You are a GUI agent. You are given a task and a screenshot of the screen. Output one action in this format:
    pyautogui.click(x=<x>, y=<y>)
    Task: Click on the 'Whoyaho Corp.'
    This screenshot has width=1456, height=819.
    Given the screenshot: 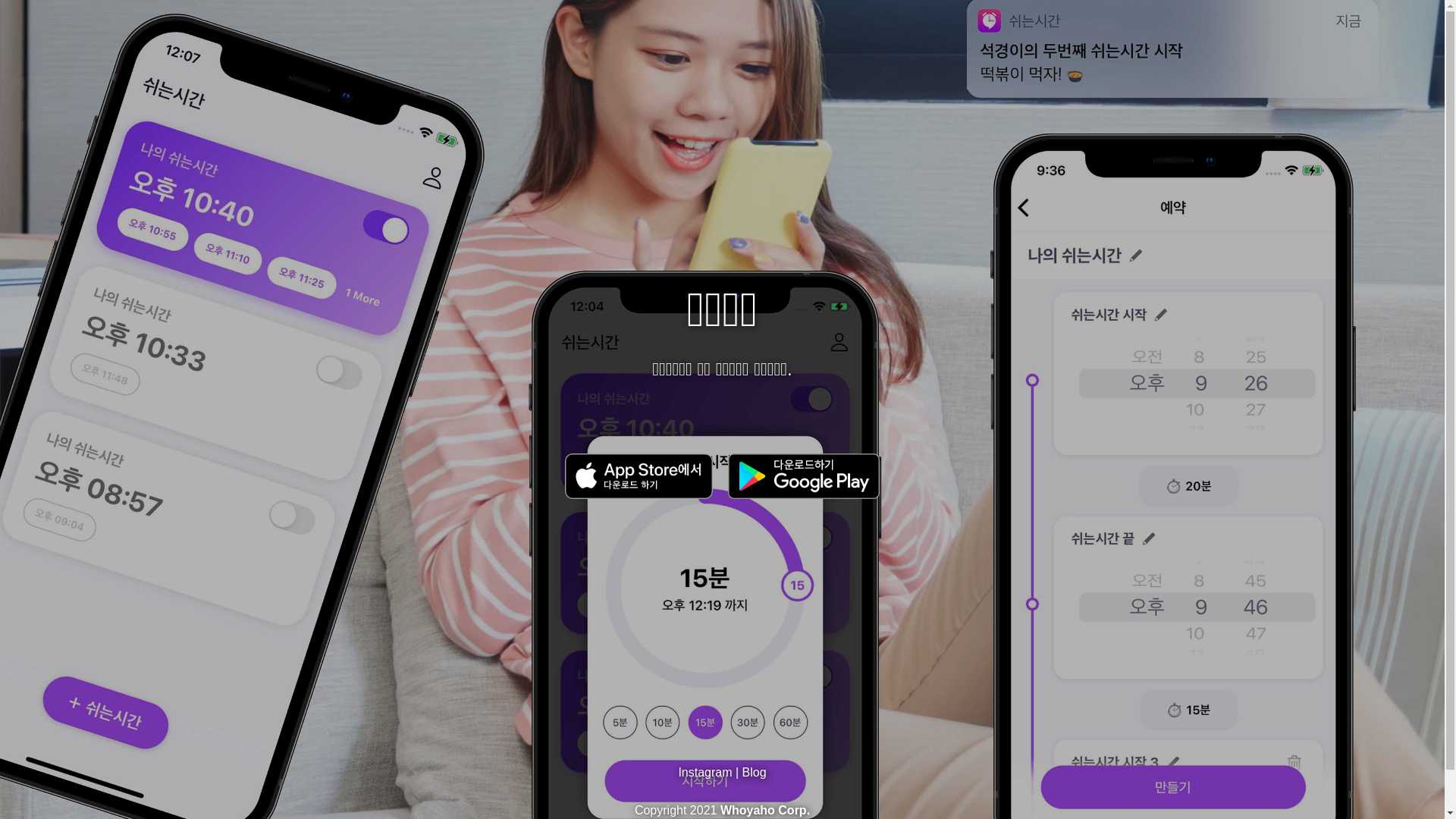 What is the action you would take?
    pyautogui.click(x=764, y=809)
    